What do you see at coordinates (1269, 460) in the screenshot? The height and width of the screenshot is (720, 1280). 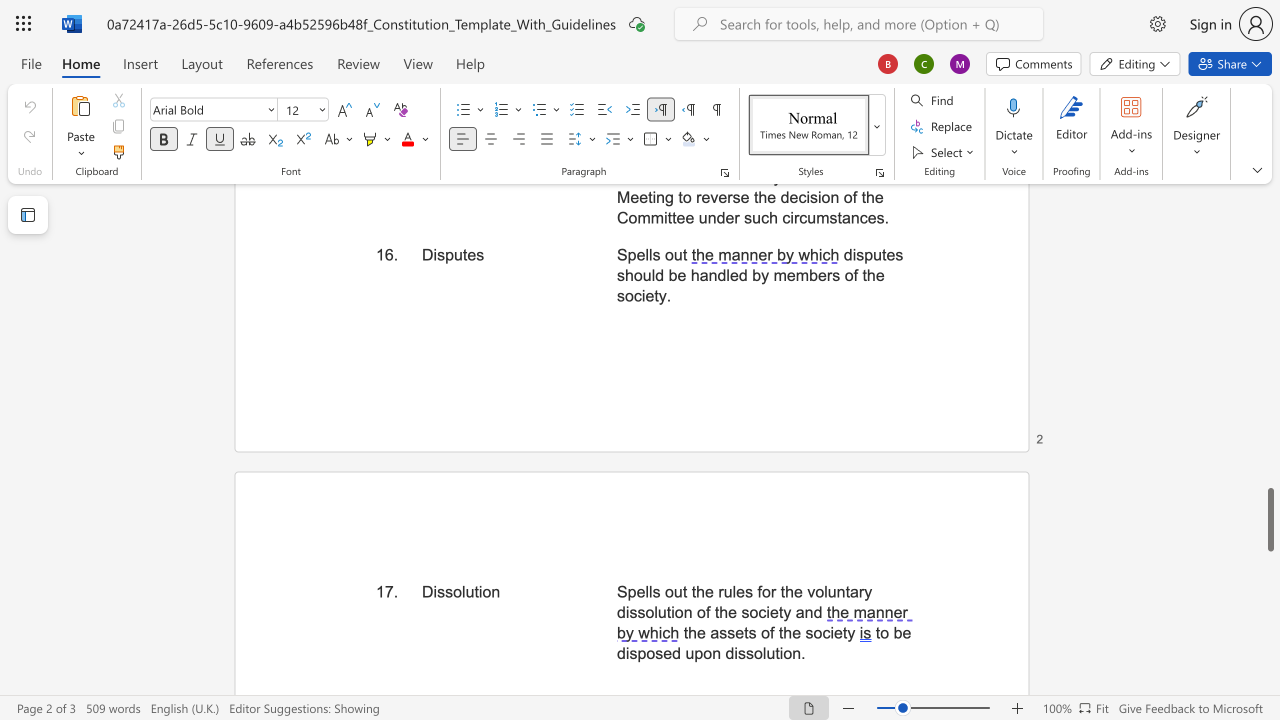 I see `the scrollbar on the right to shift the page higher` at bounding box center [1269, 460].